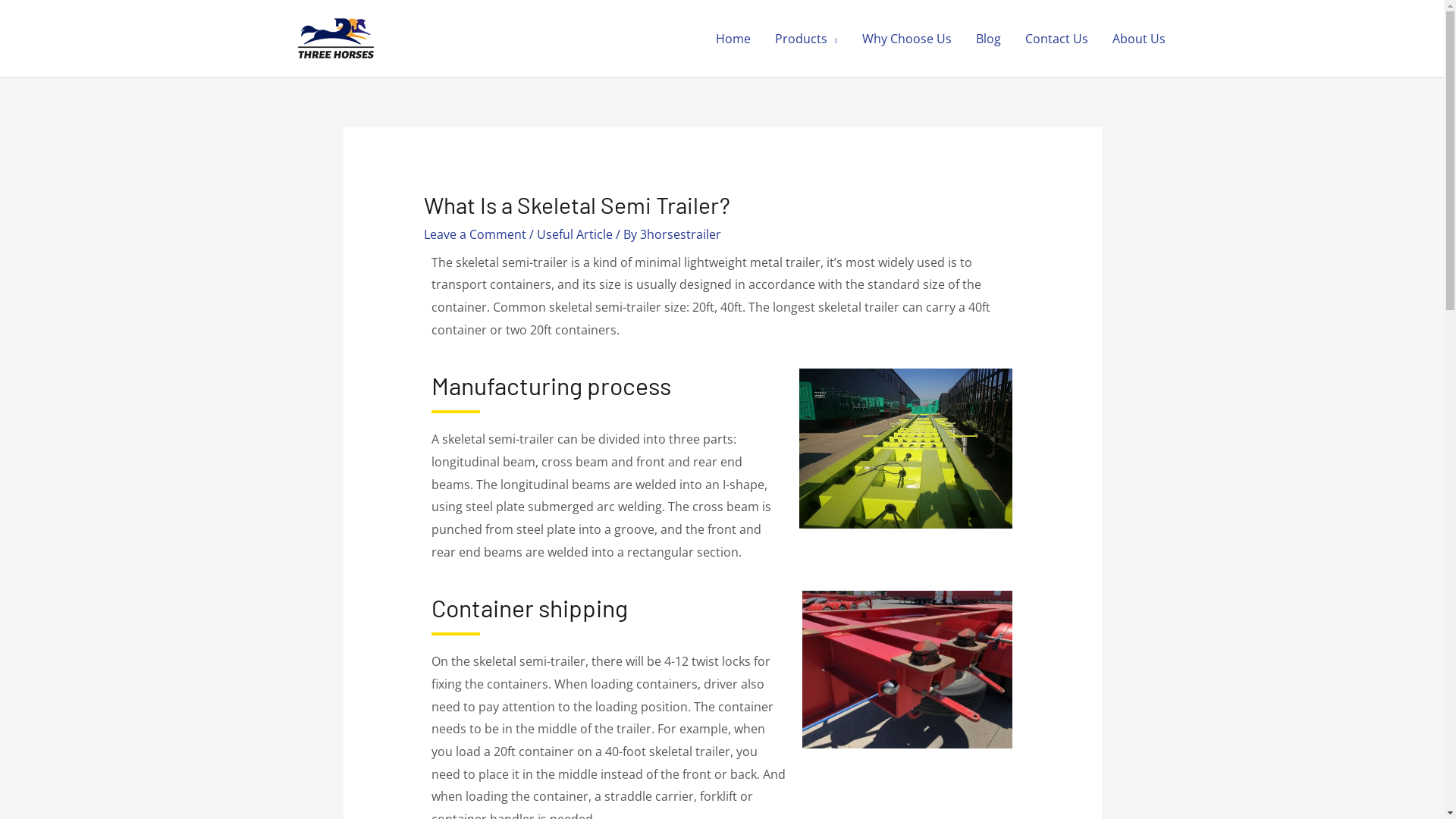 The image size is (1456, 819). Describe the element at coordinates (733, 37) in the screenshot. I see `'Home'` at that location.